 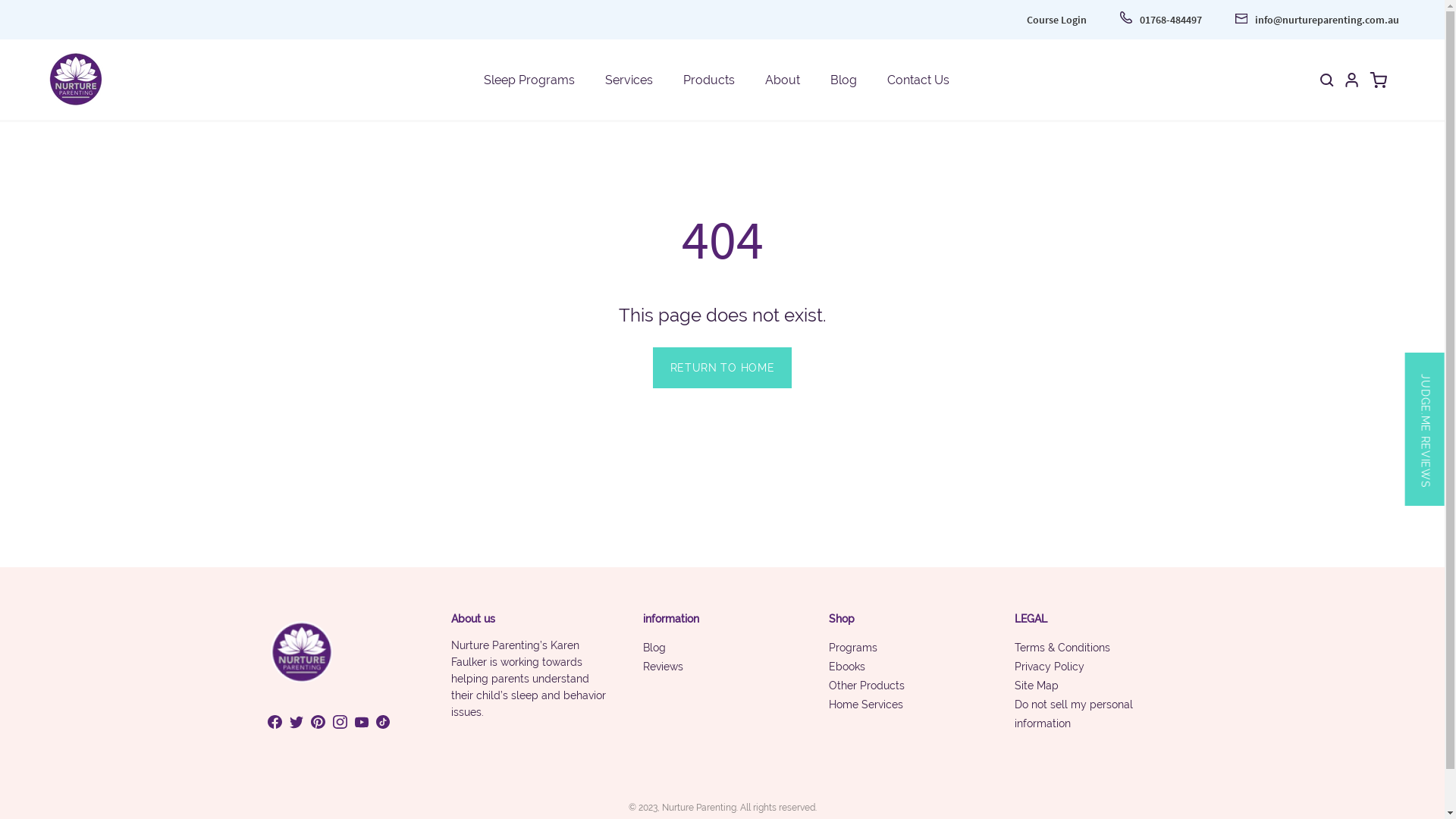 What do you see at coordinates (846, 666) in the screenshot?
I see `'Ebooks'` at bounding box center [846, 666].